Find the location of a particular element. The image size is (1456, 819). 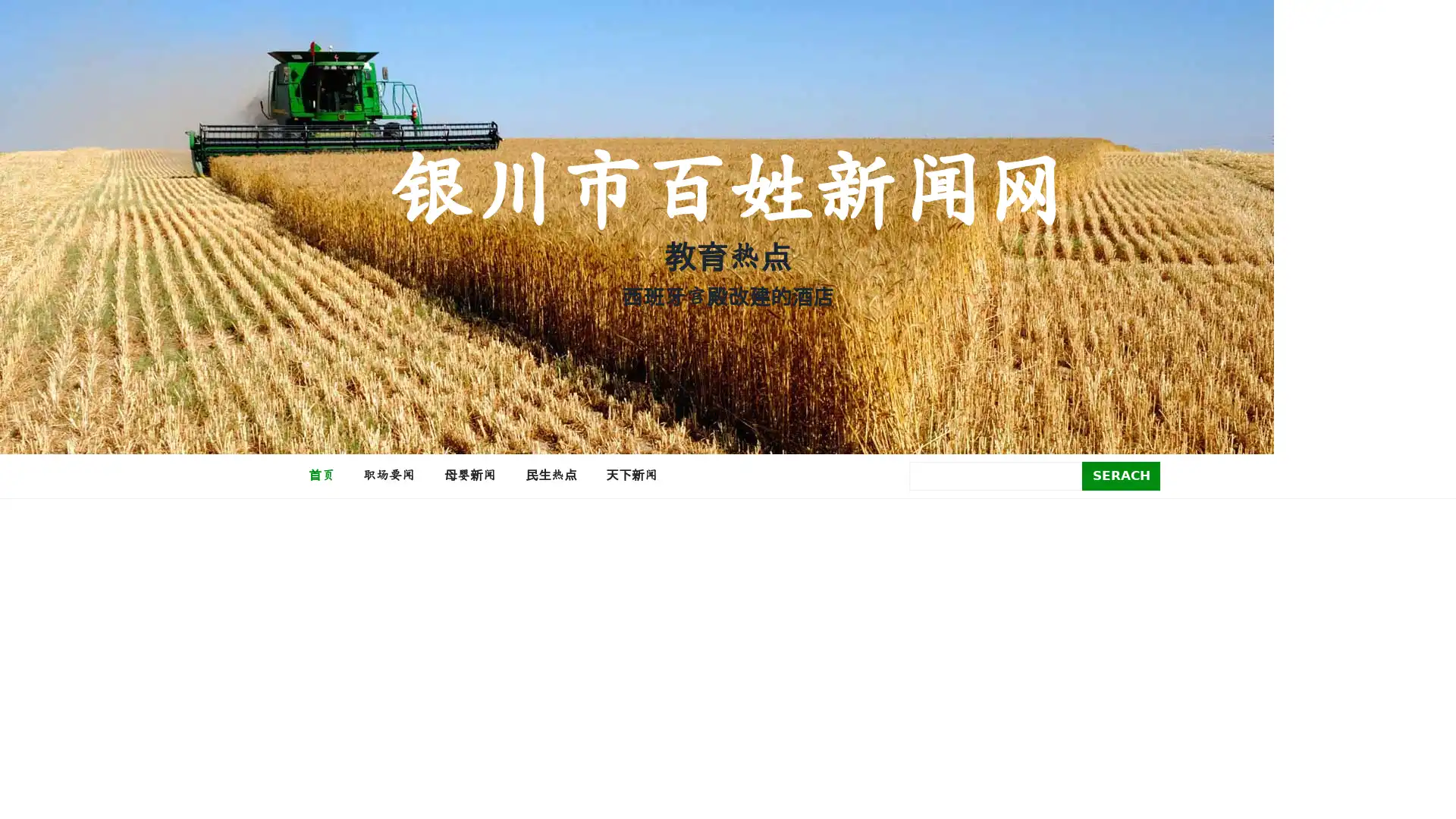

serach is located at coordinates (1121, 475).